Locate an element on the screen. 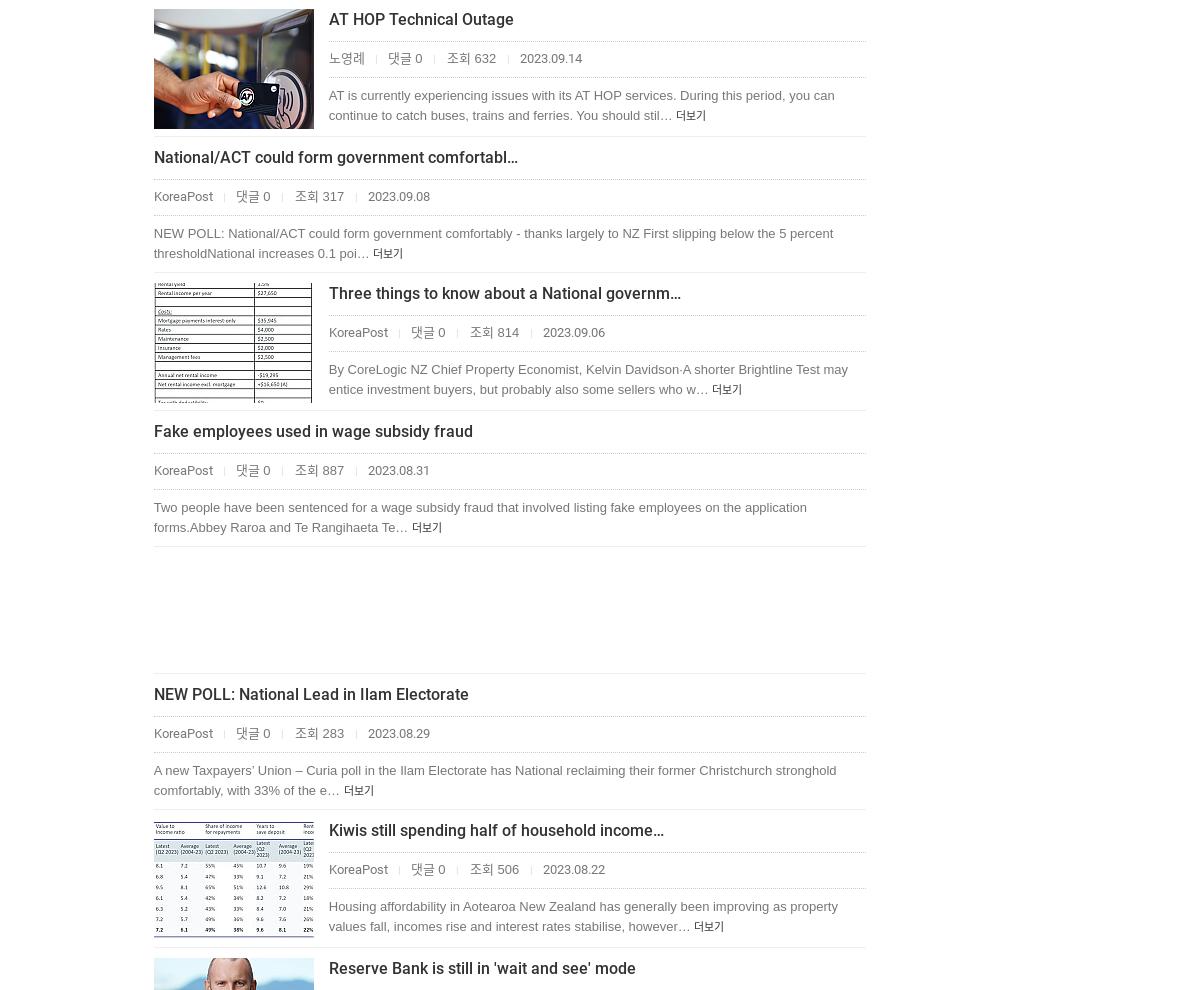  'AT is currently experiencing issues with its AT HOP services. During this period, you can continue to catch buses, trains and ferries. You should stil…' is located at coordinates (580, 104).